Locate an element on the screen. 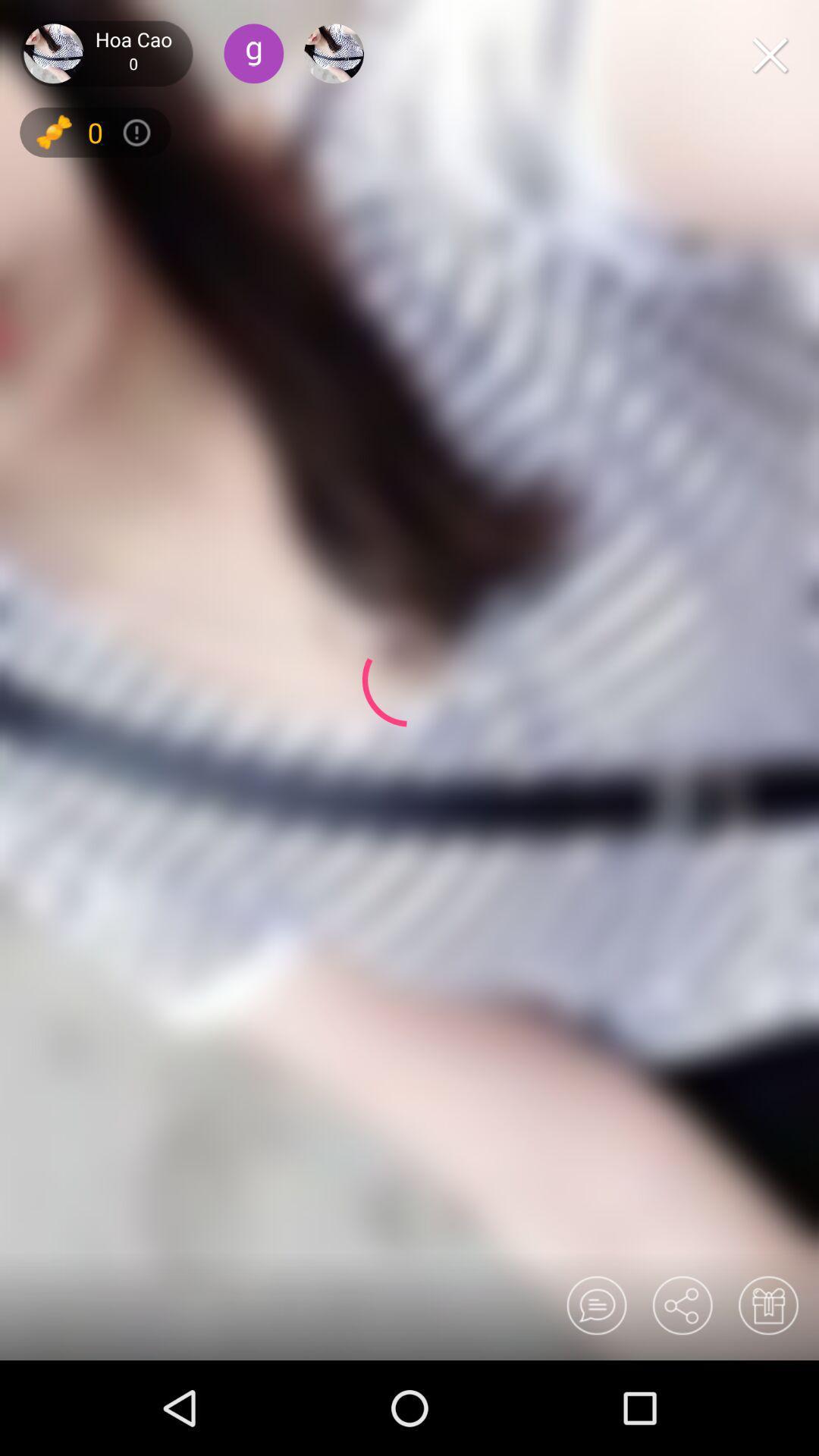 Image resolution: width=819 pixels, height=1456 pixels. the share icon is located at coordinates (681, 1304).